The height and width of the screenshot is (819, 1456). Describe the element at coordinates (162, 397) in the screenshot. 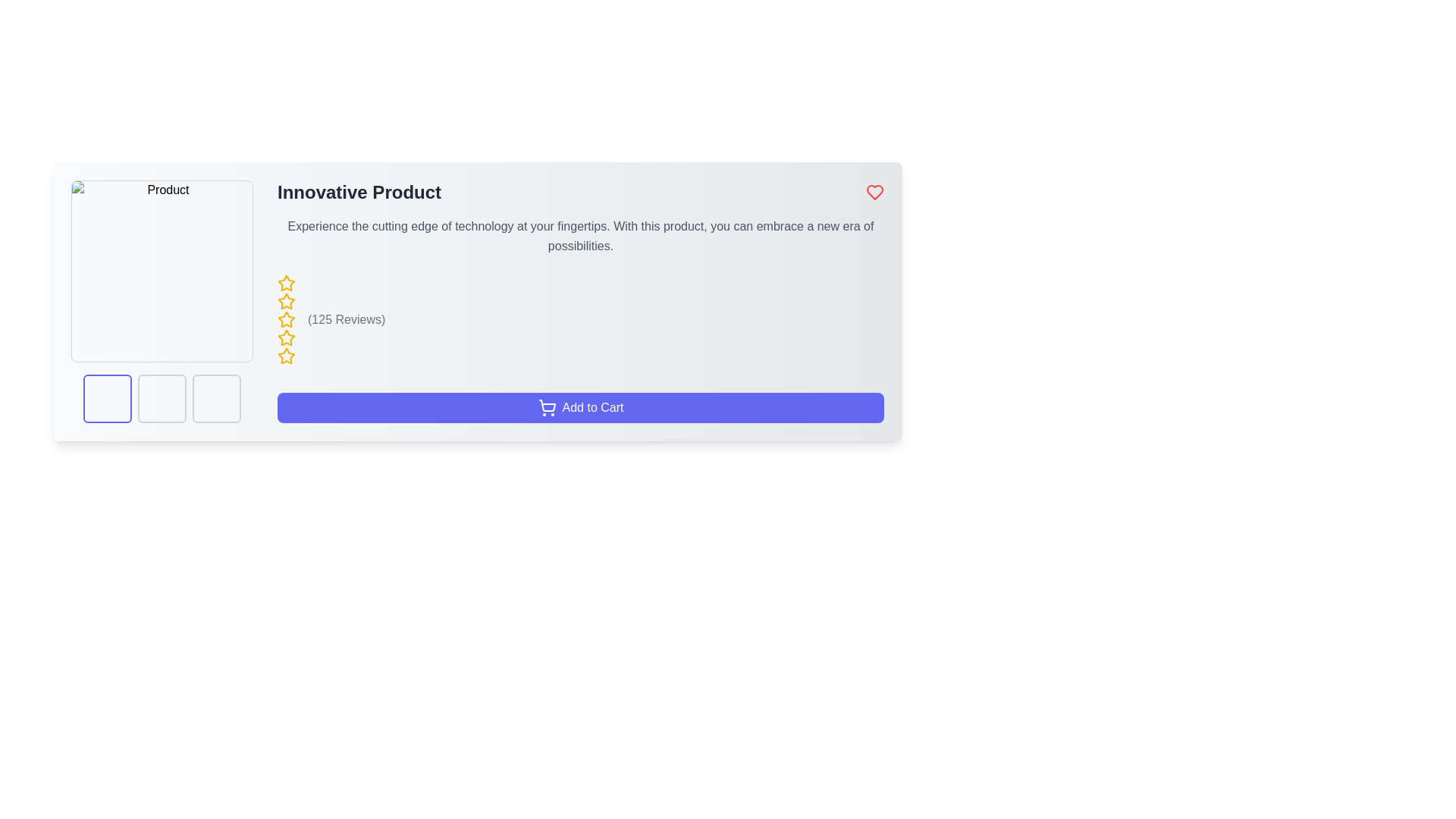

I see `the second selectable box or button, which is located to the right of a blue-bordered box and left of a gray-bordered box` at that location.